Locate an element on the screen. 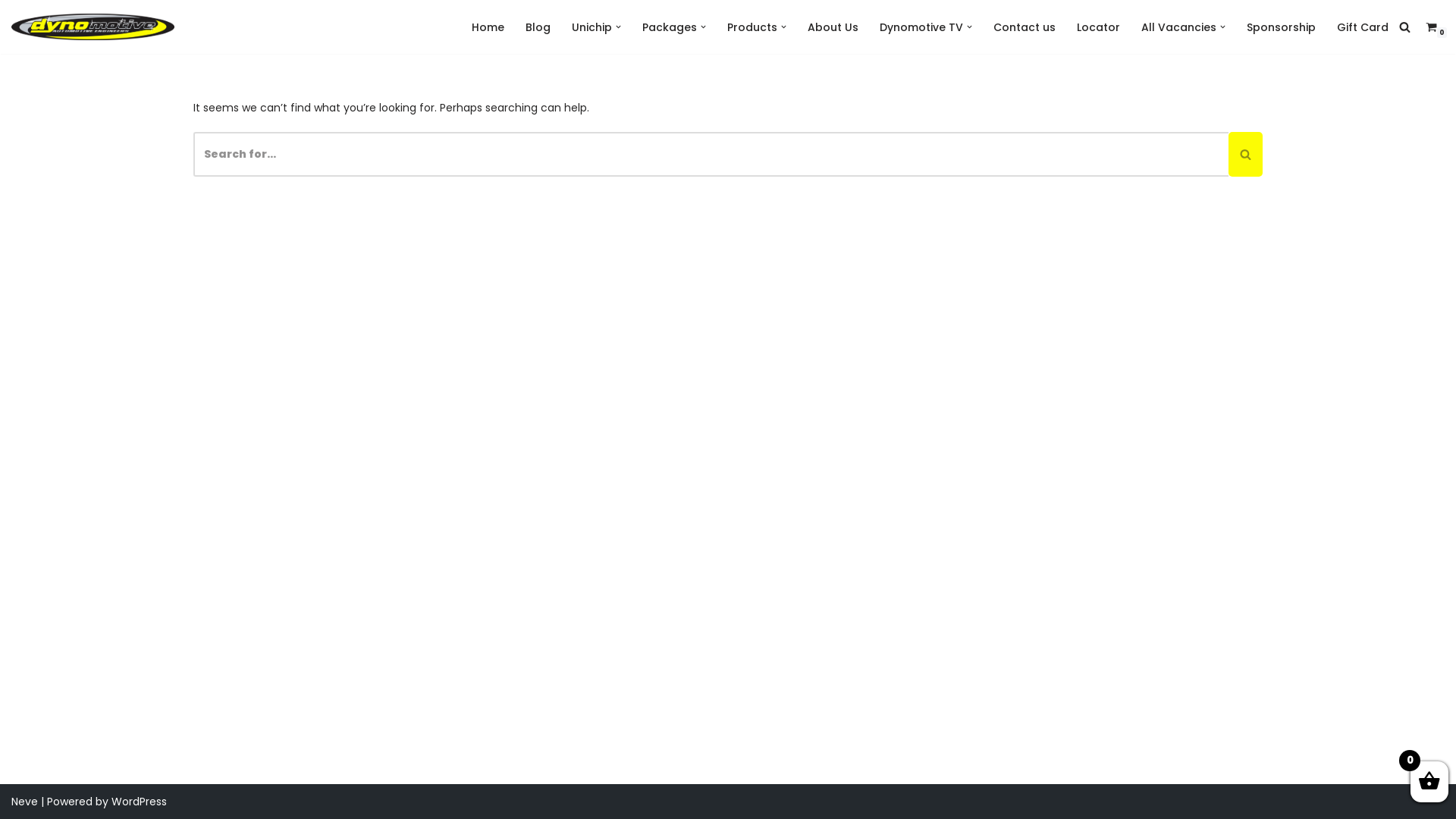  'Home' is located at coordinates (488, 27).